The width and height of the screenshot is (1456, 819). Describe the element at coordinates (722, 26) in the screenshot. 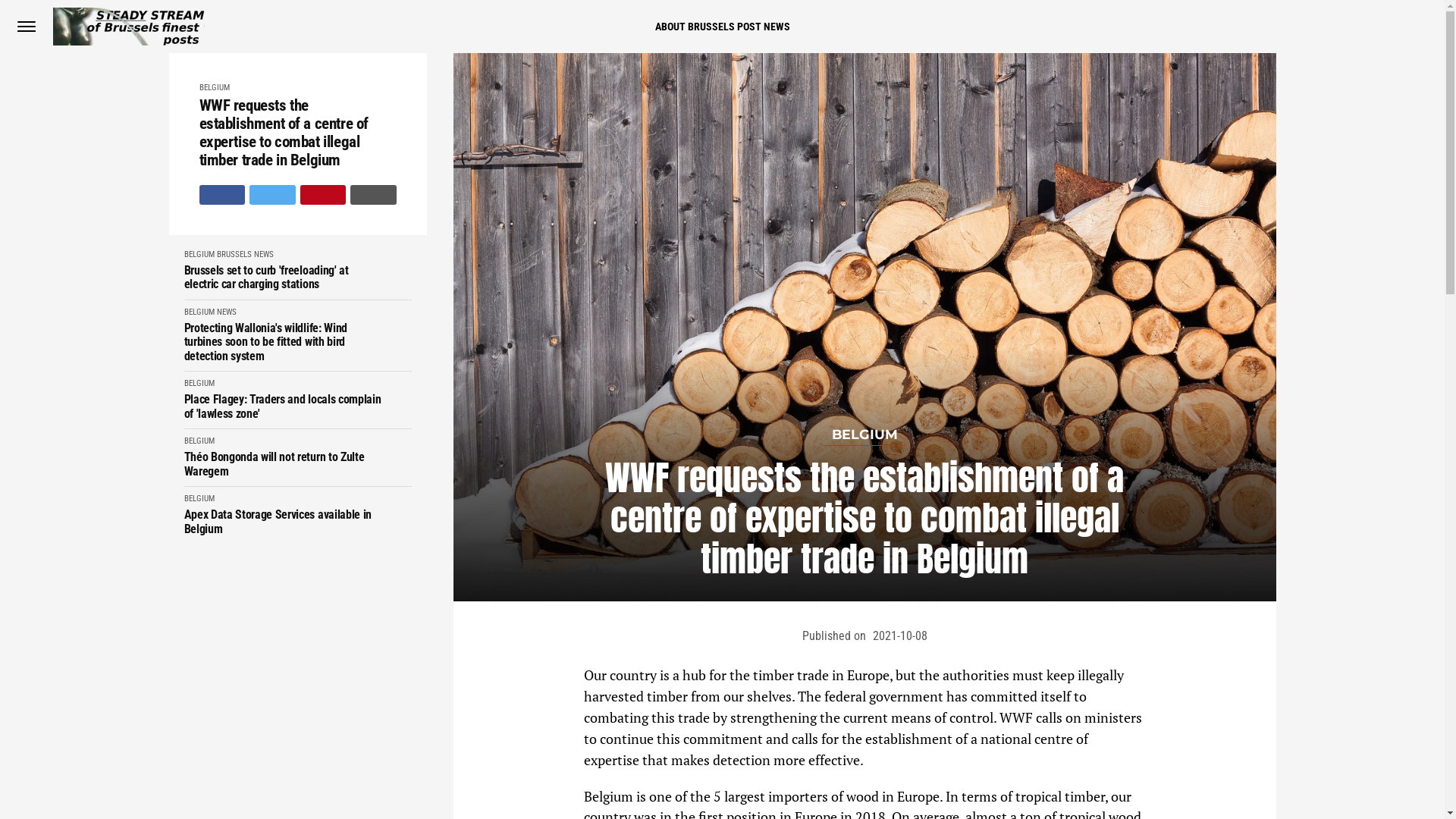

I see `'ABOUT BRUSSELS POST NEWS'` at that location.